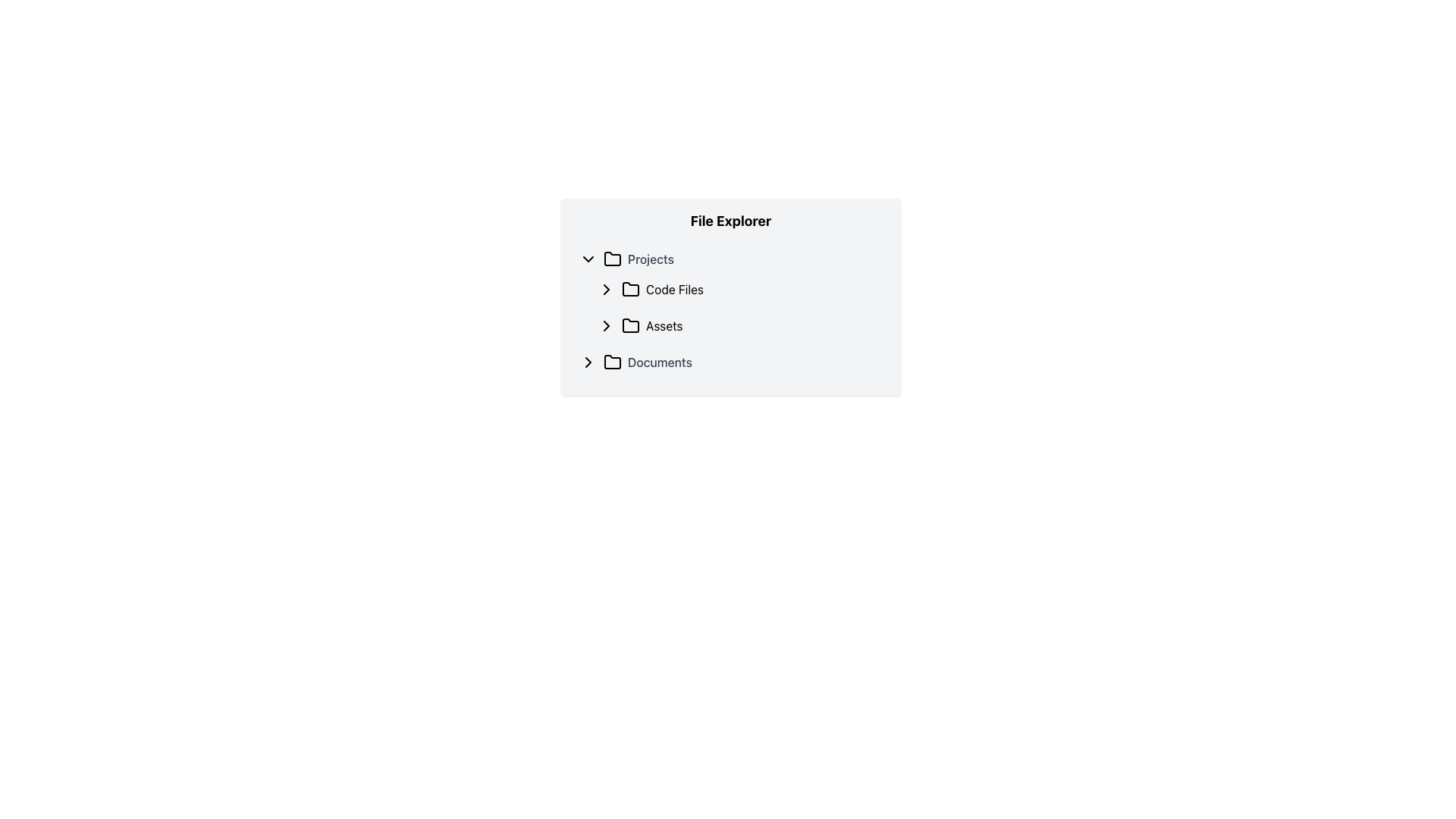 The height and width of the screenshot is (819, 1456). What do you see at coordinates (607, 325) in the screenshot?
I see `the rightward-facing chevron icon button located at the start of the 'Assets' row to indicate interactivity` at bounding box center [607, 325].